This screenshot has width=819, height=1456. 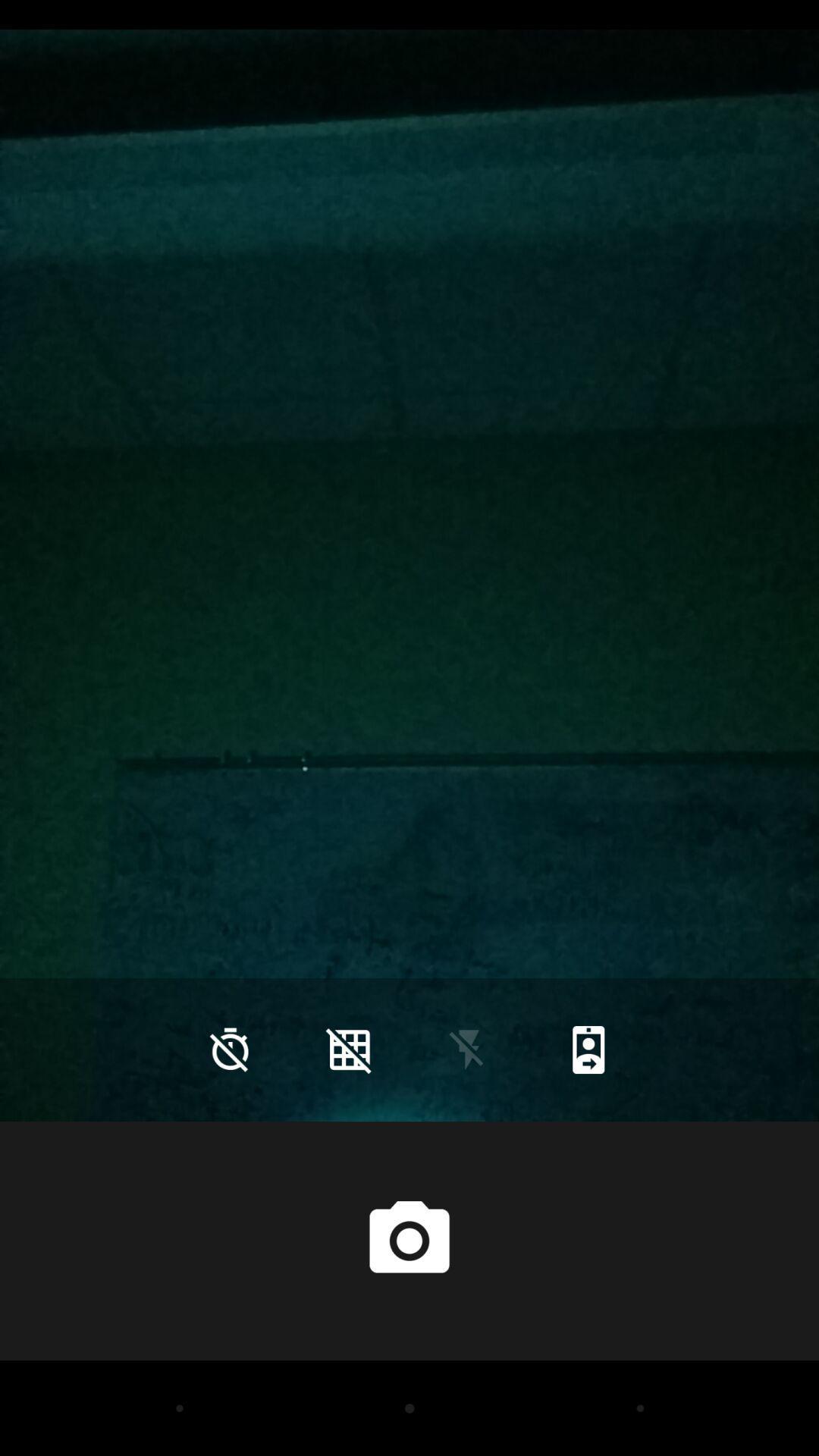 What do you see at coordinates (230, 1049) in the screenshot?
I see `the time icon` at bounding box center [230, 1049].